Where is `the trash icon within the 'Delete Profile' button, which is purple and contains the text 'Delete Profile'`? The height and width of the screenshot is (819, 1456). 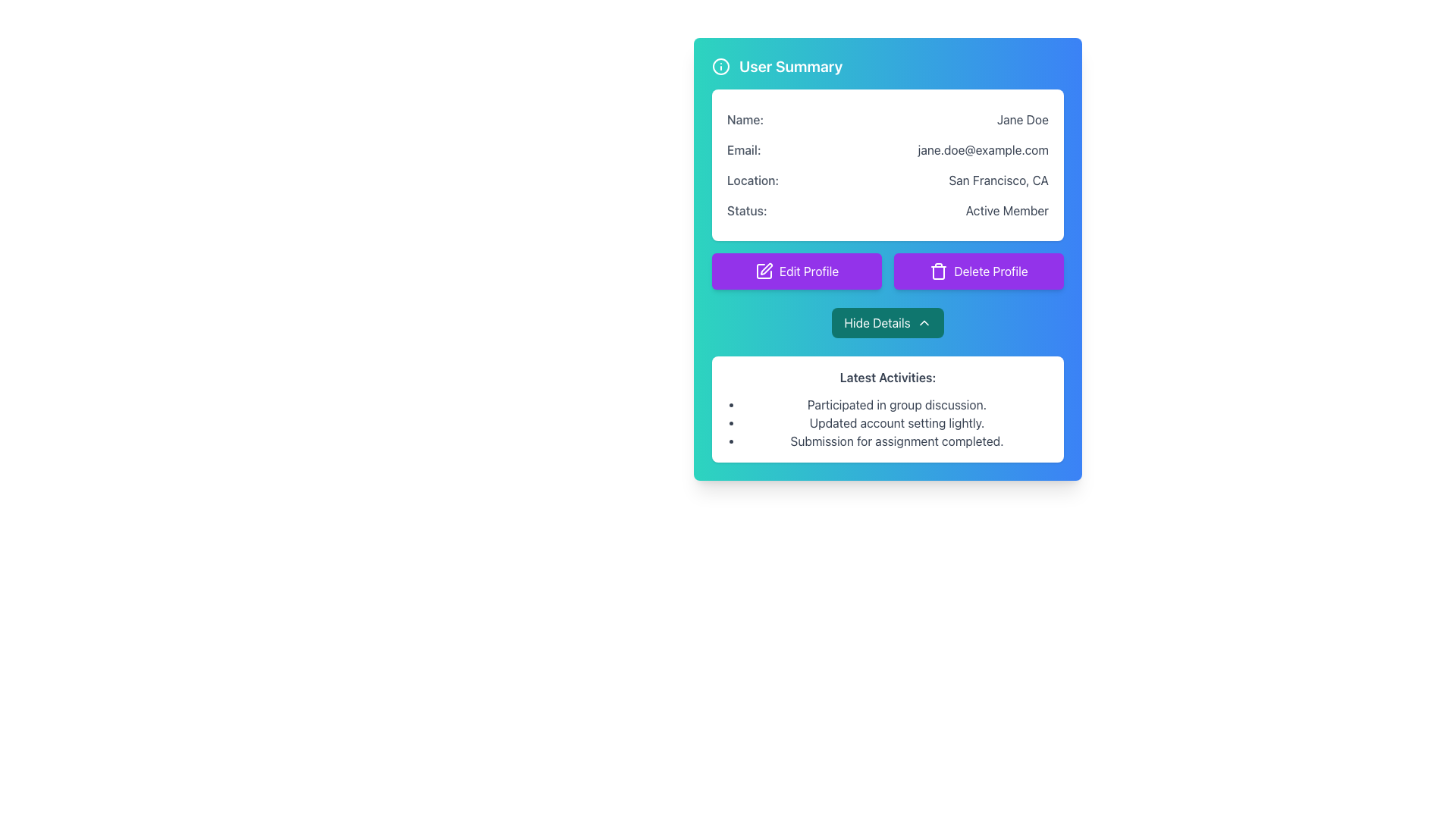
the trash icon within the 'Delete Profile' button, which is purple and contains the text 'Delete Profile' is located at coordinates (938, 271).